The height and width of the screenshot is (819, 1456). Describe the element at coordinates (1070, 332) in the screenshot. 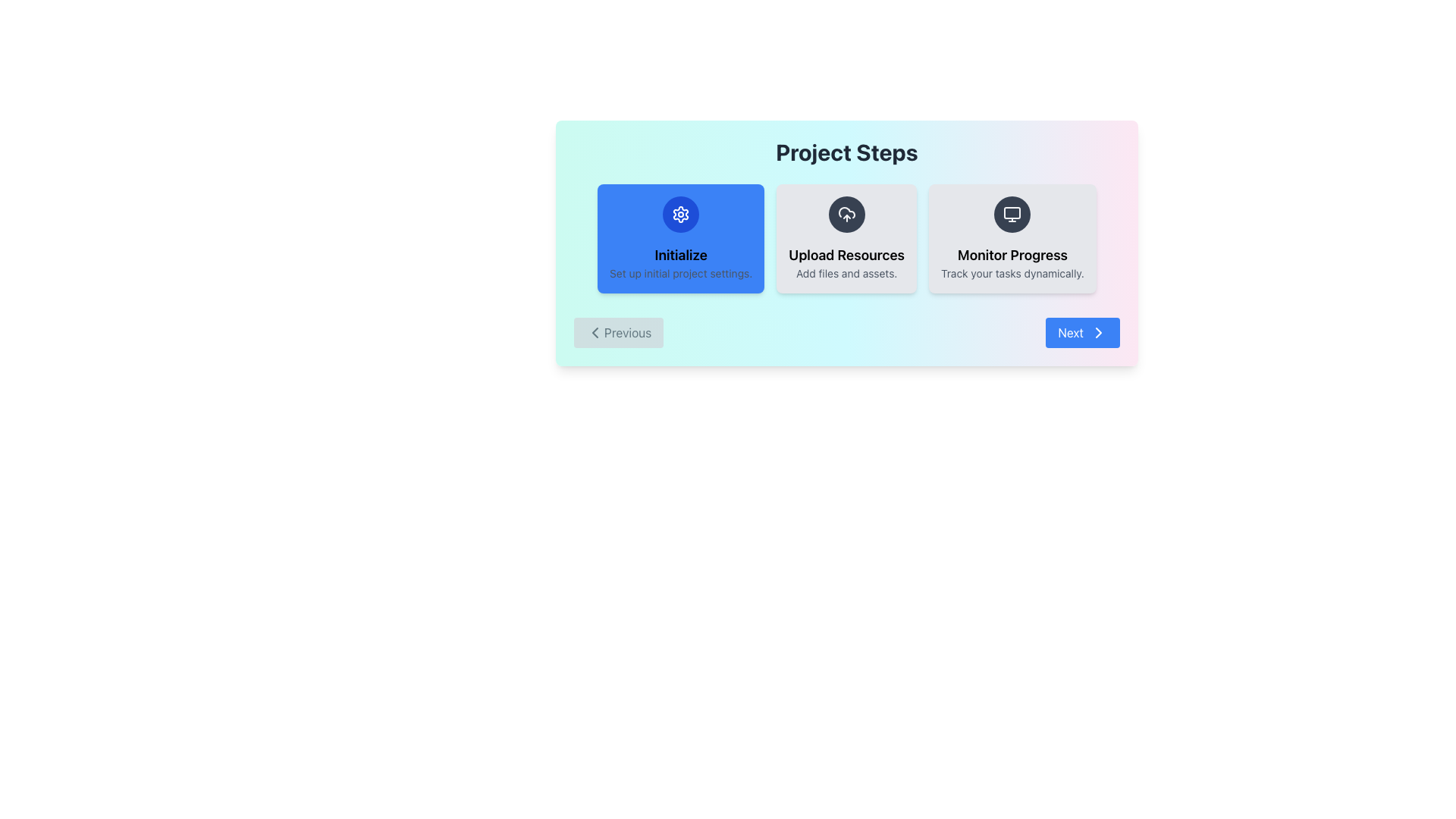

I see `the 'Next' button, which is identified by the navigational text label located in the bottom-right corner of the main card interface` at that location.